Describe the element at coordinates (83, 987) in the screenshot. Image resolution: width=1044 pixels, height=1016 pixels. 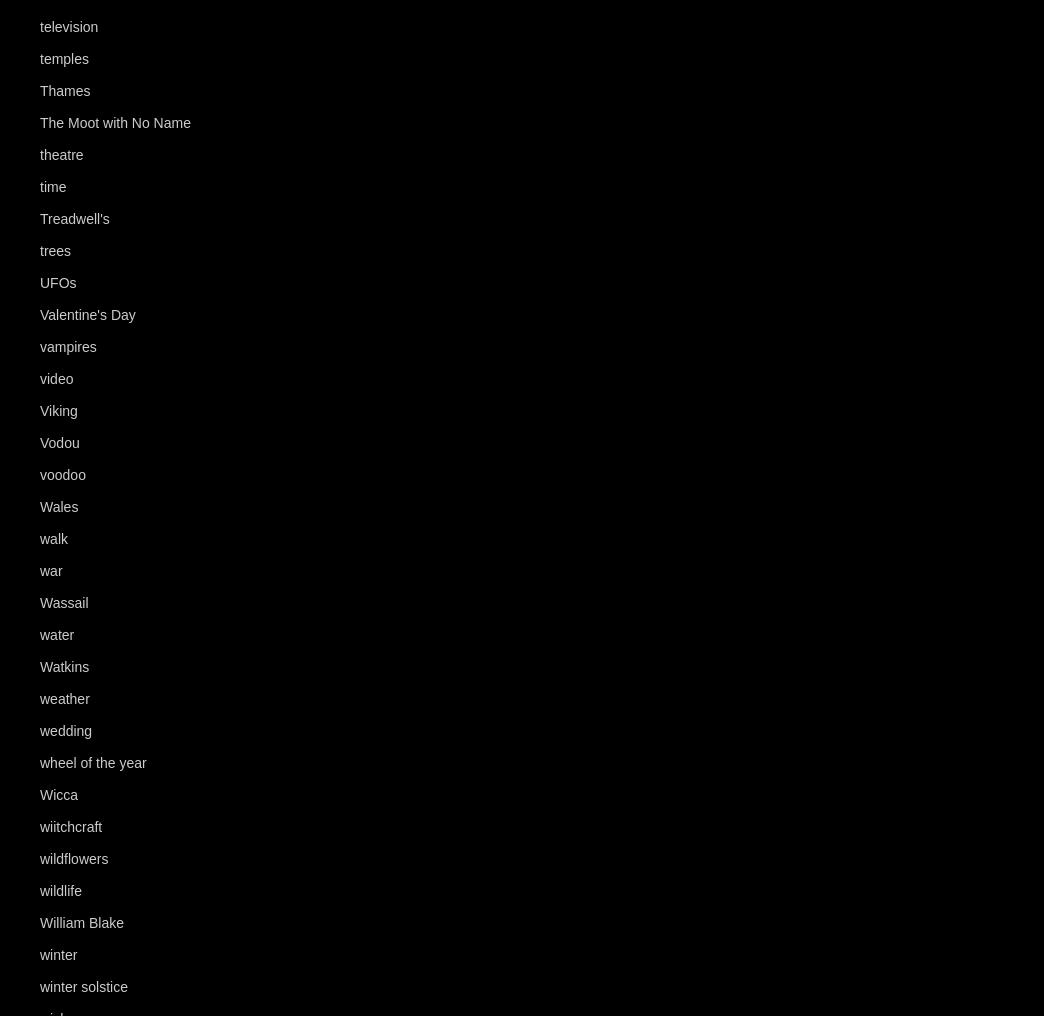
I see `'winter solstice'` at that location.